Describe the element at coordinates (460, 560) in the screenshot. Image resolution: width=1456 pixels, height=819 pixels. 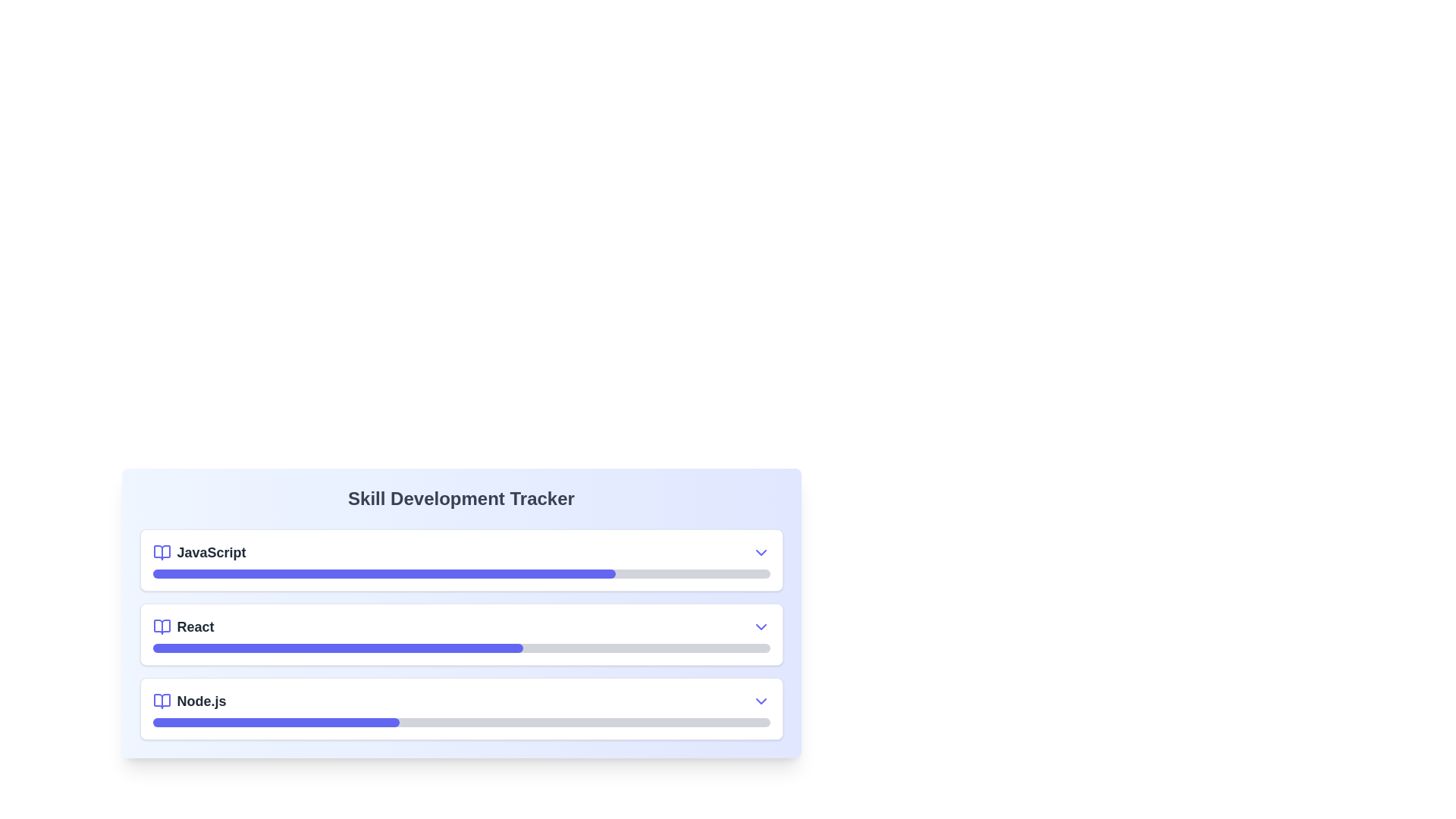
I see `the dropdown arrow or progress bar of the 'JavaScript' skill progress tracker item, which is the first entry under 'Skill Development Tracker'` at that location.